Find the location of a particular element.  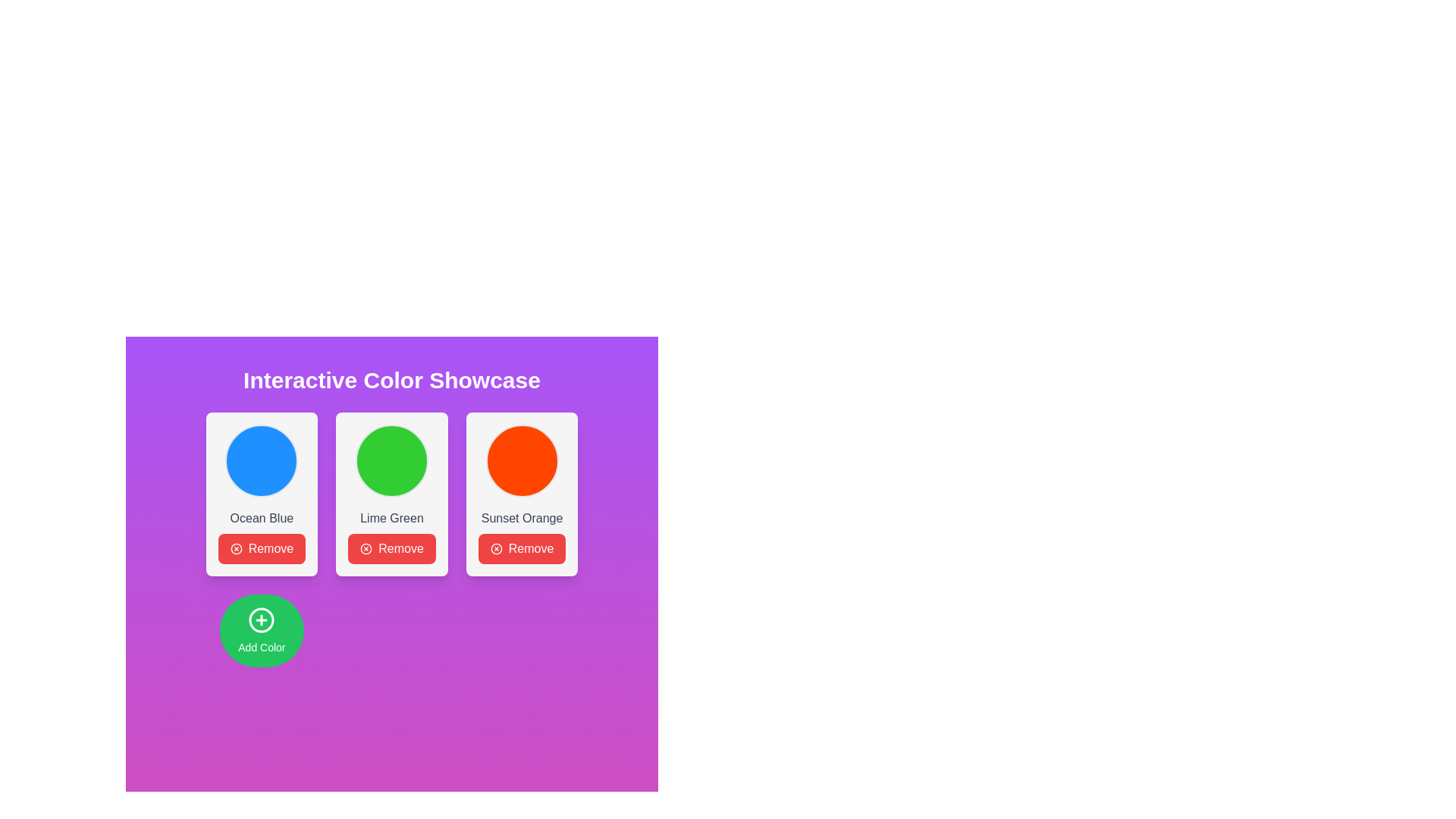

the red button labeled 'Remove' with an 'X' icon, located within the 'Lime Green' card, to activate hover effects is located at coordinates (392, 549).